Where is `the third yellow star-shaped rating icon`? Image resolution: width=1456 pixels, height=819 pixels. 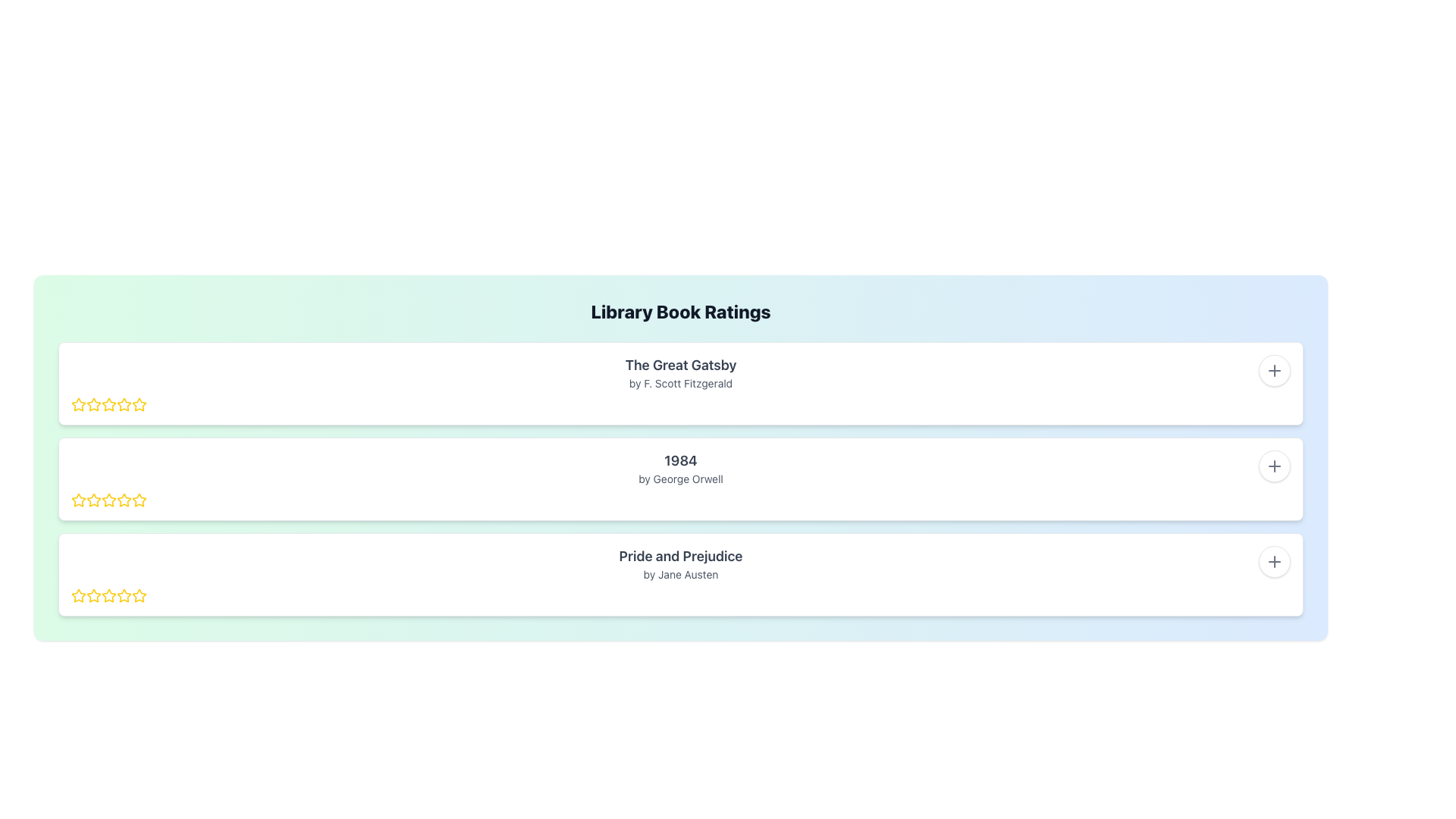
the third yellow star-shaped rating icon is located at coordinates (93, 500).